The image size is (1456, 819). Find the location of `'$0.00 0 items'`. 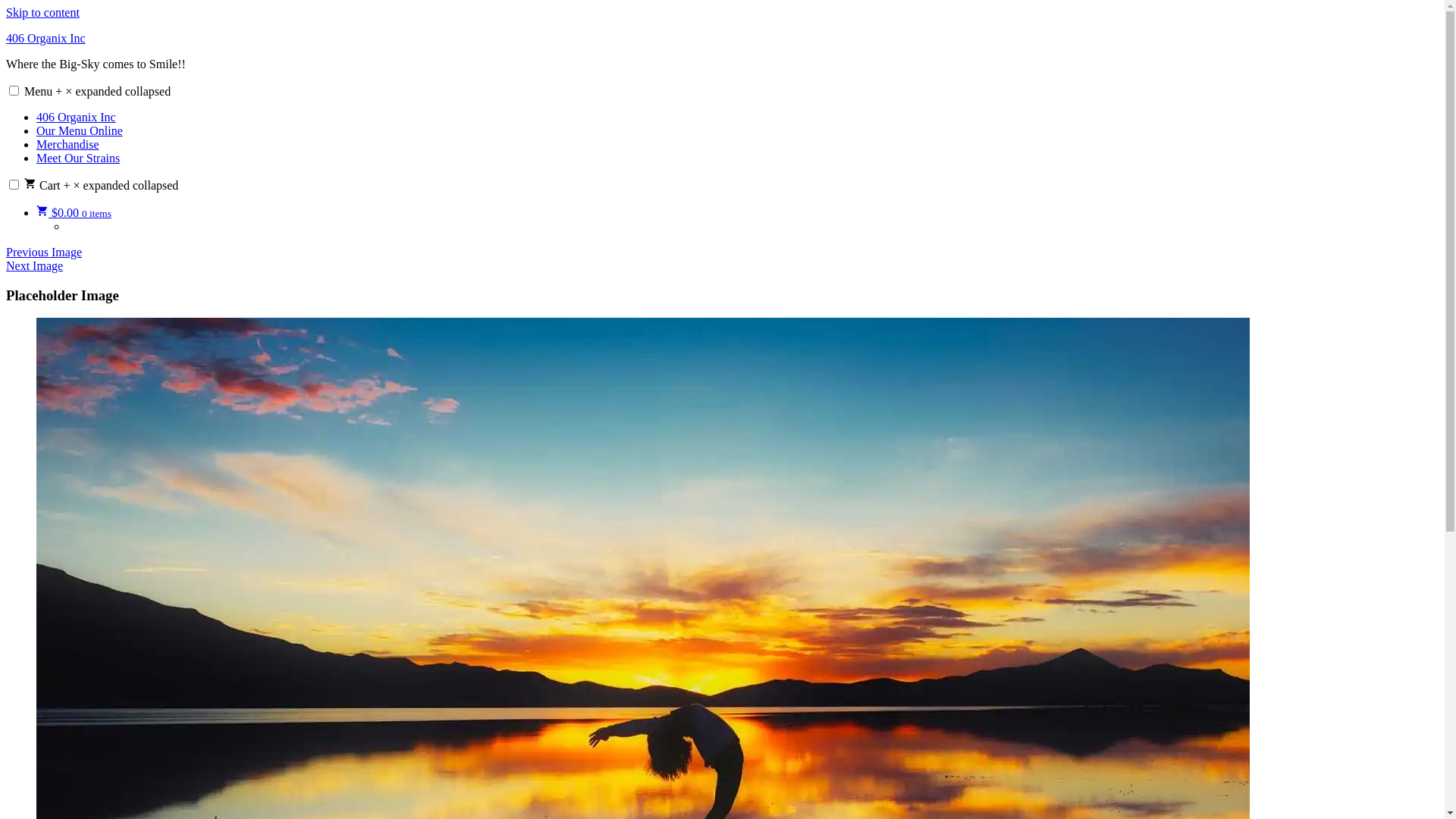

'$0.00 0 items' is located at coordinates (73, 212).